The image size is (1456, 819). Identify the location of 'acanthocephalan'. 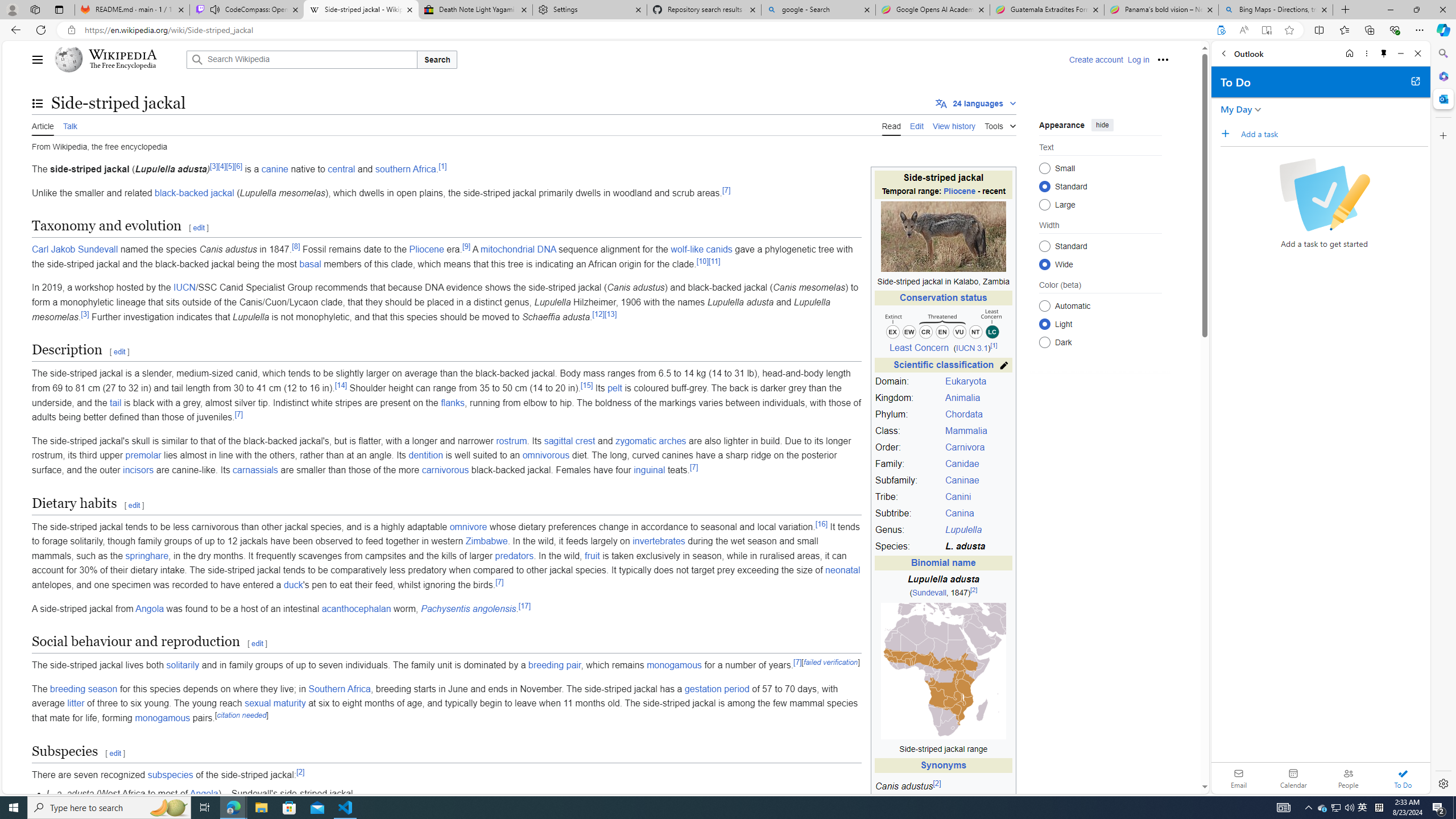
(357, 607).